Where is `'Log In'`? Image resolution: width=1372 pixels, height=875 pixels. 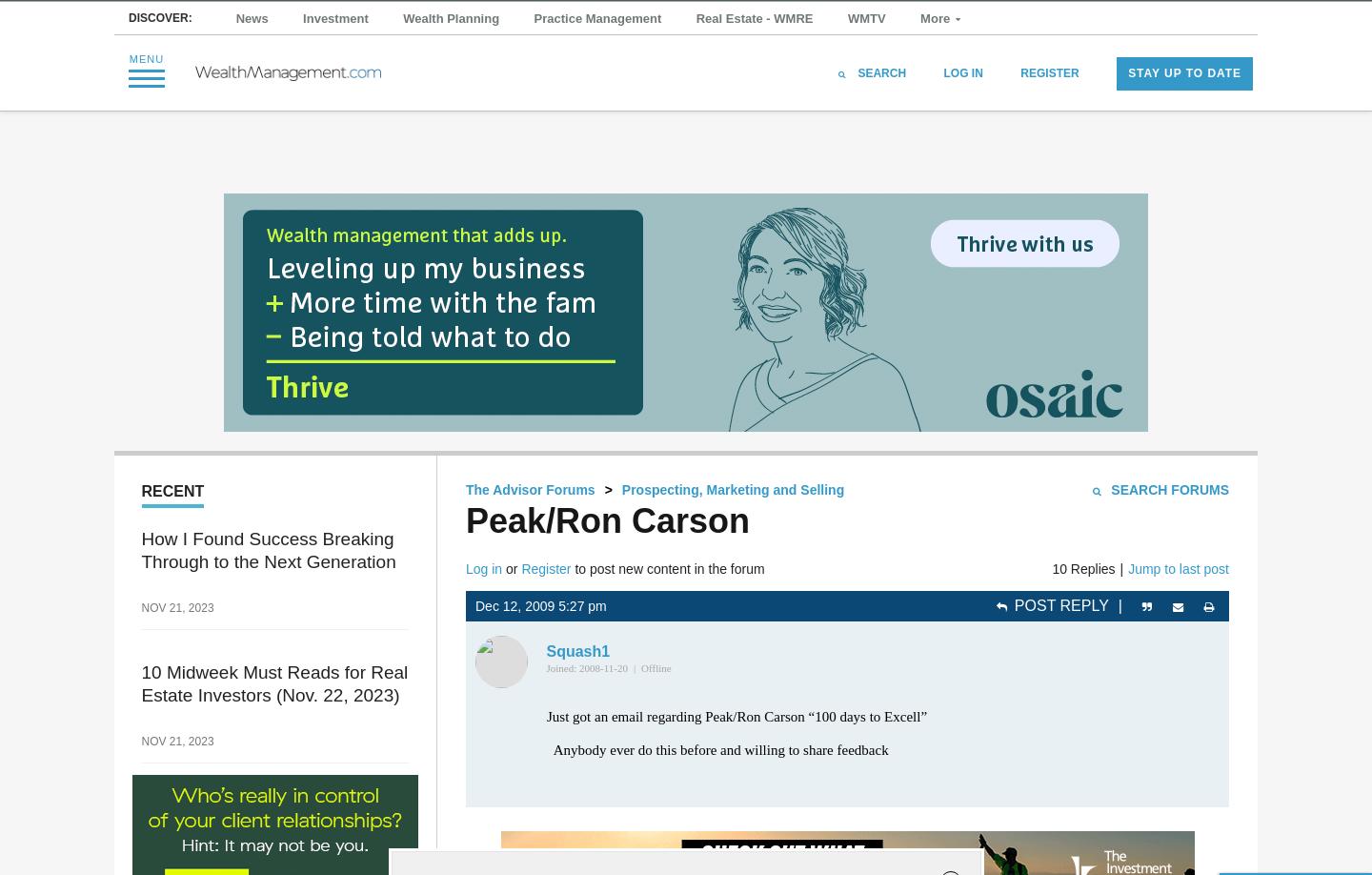 'Log In' is located at coordinates (961, 112).